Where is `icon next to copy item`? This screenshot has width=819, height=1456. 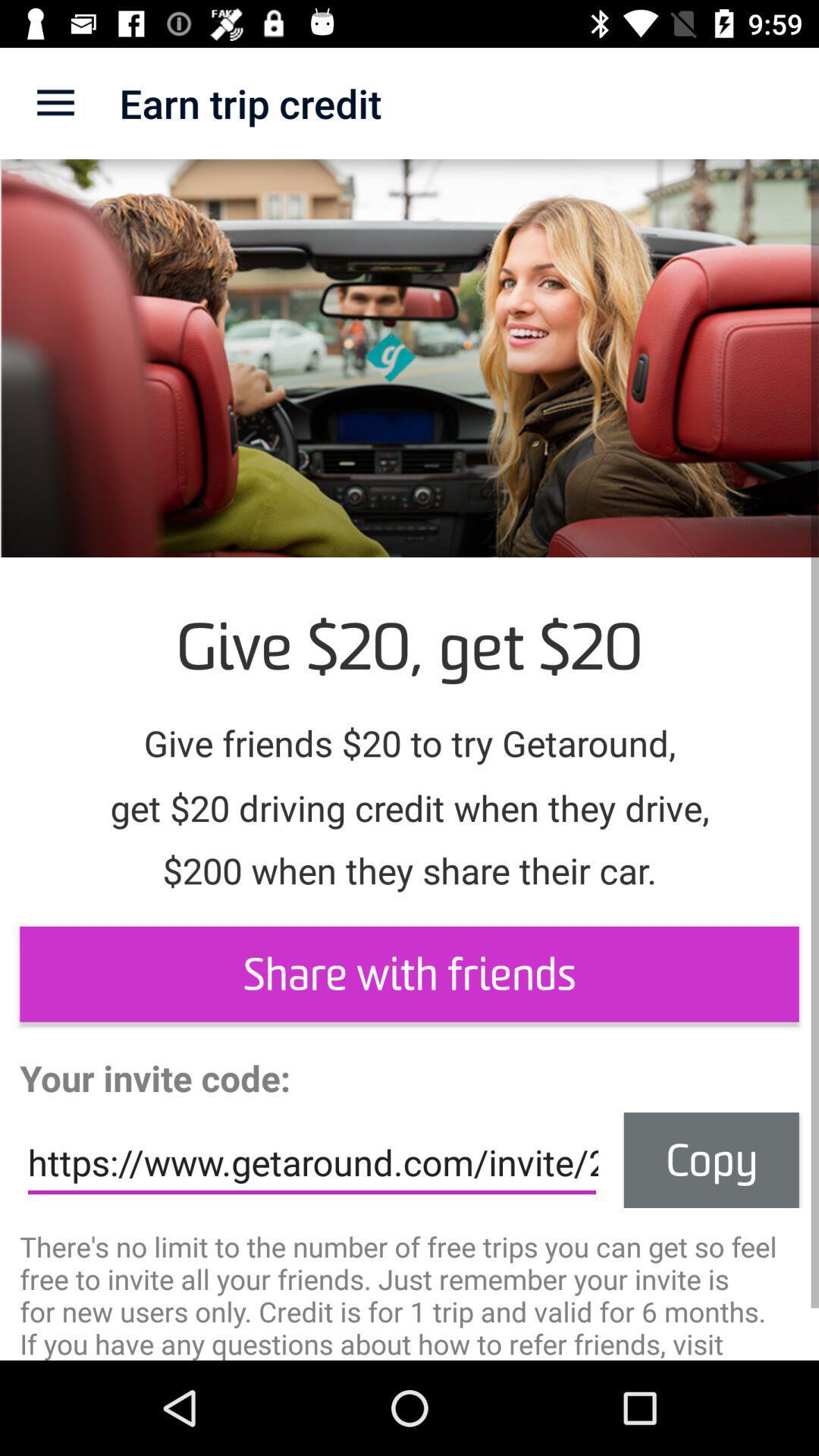
icon next to copy item is located at coordinates (311, 1162).